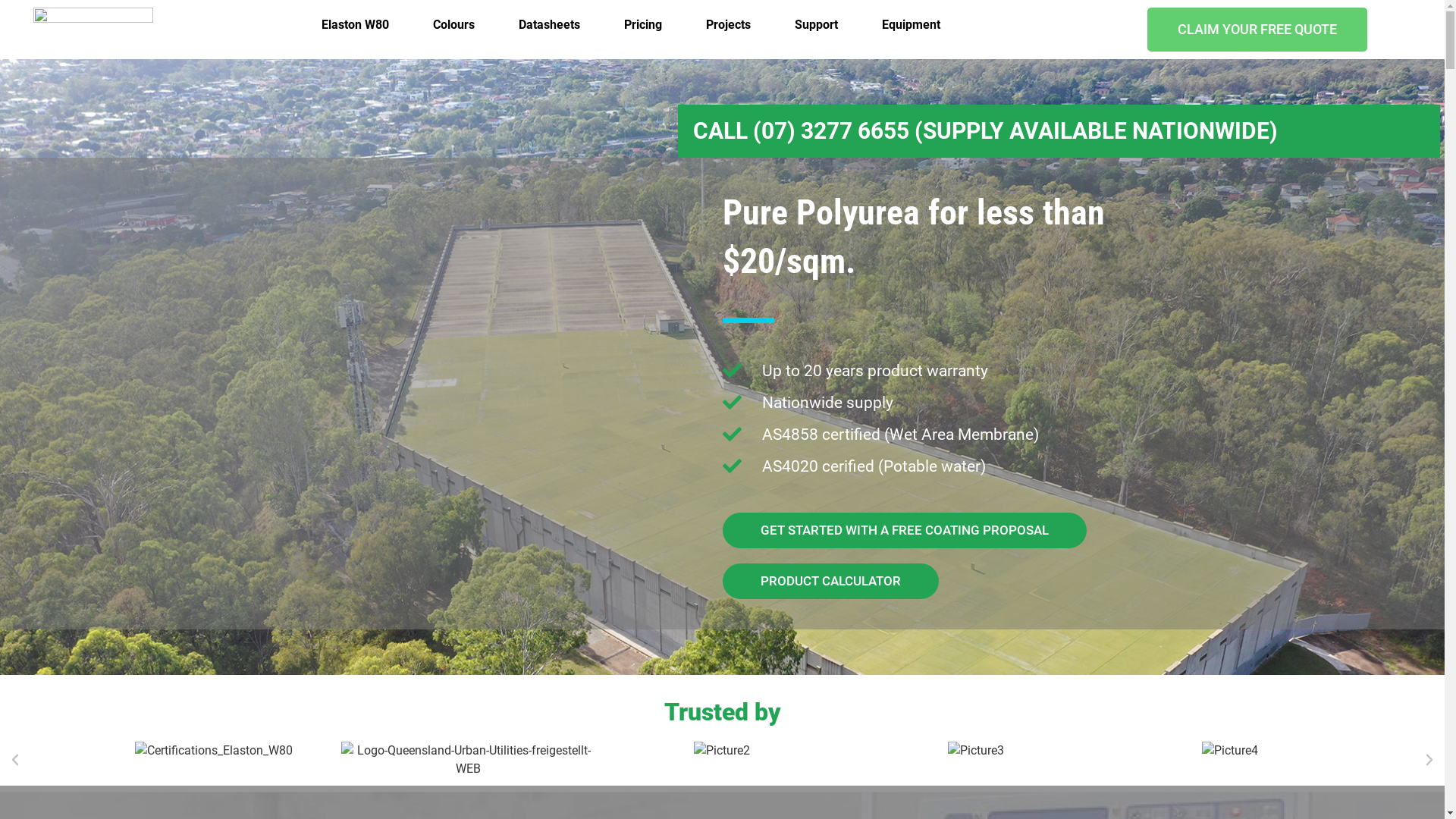  Describe the element at coordinates (728, 25) in the screenshot. I see `'Projects'` at that location.